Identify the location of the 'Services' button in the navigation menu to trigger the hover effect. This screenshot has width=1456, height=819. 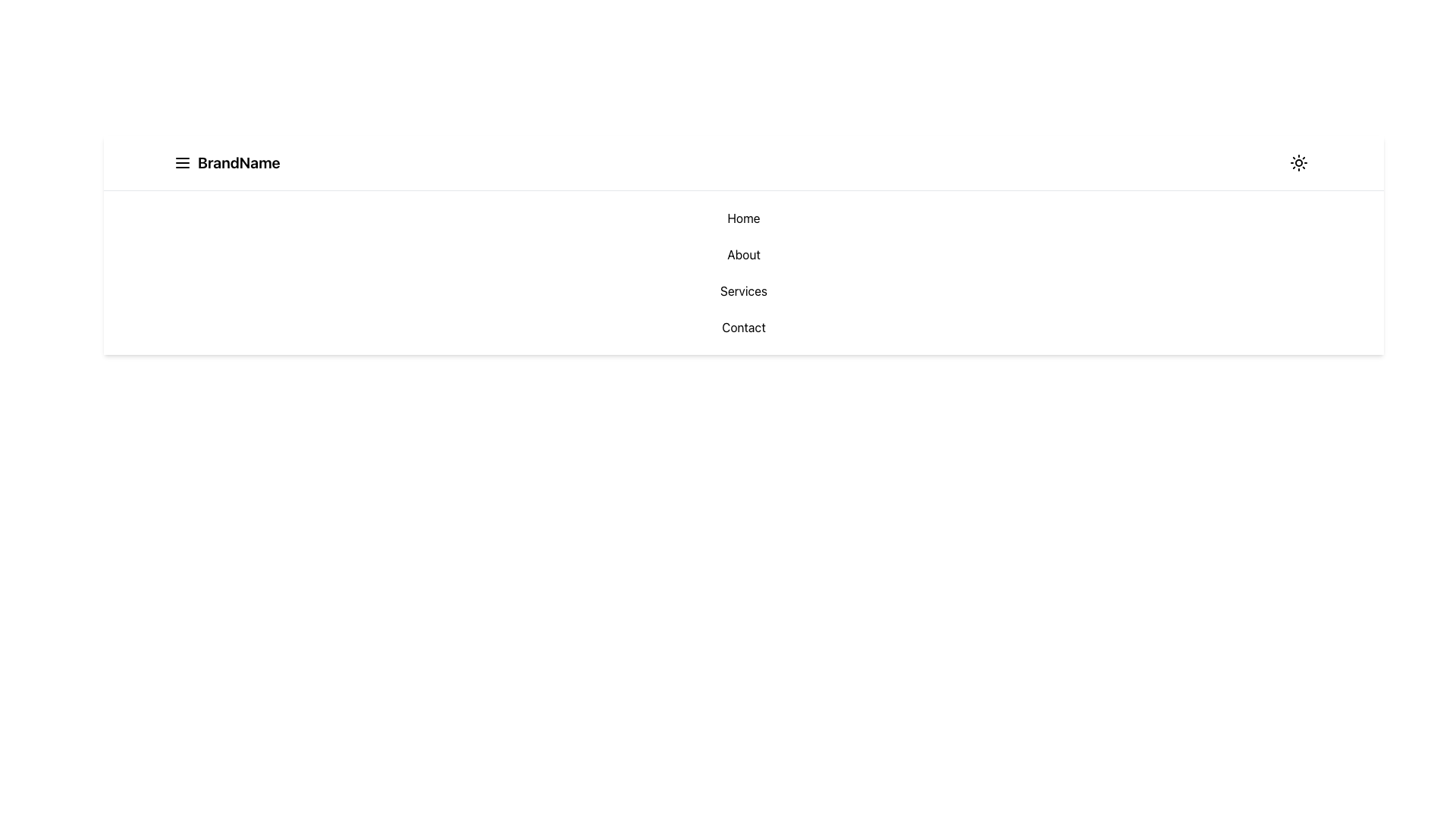
(743, 291).